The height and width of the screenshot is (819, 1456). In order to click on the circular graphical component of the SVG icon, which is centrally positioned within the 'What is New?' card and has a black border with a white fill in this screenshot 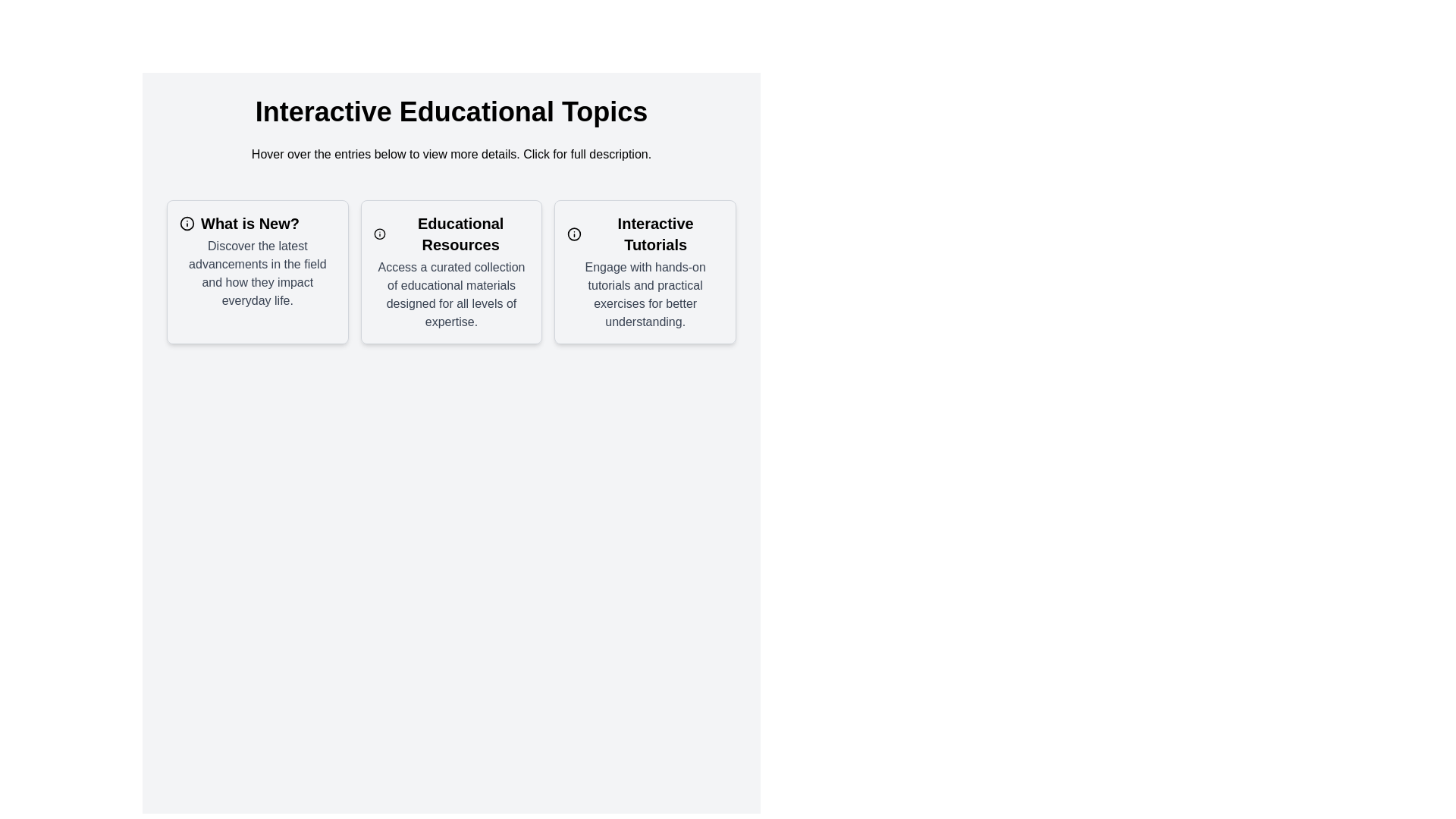, I will do `click(186, 223)`.